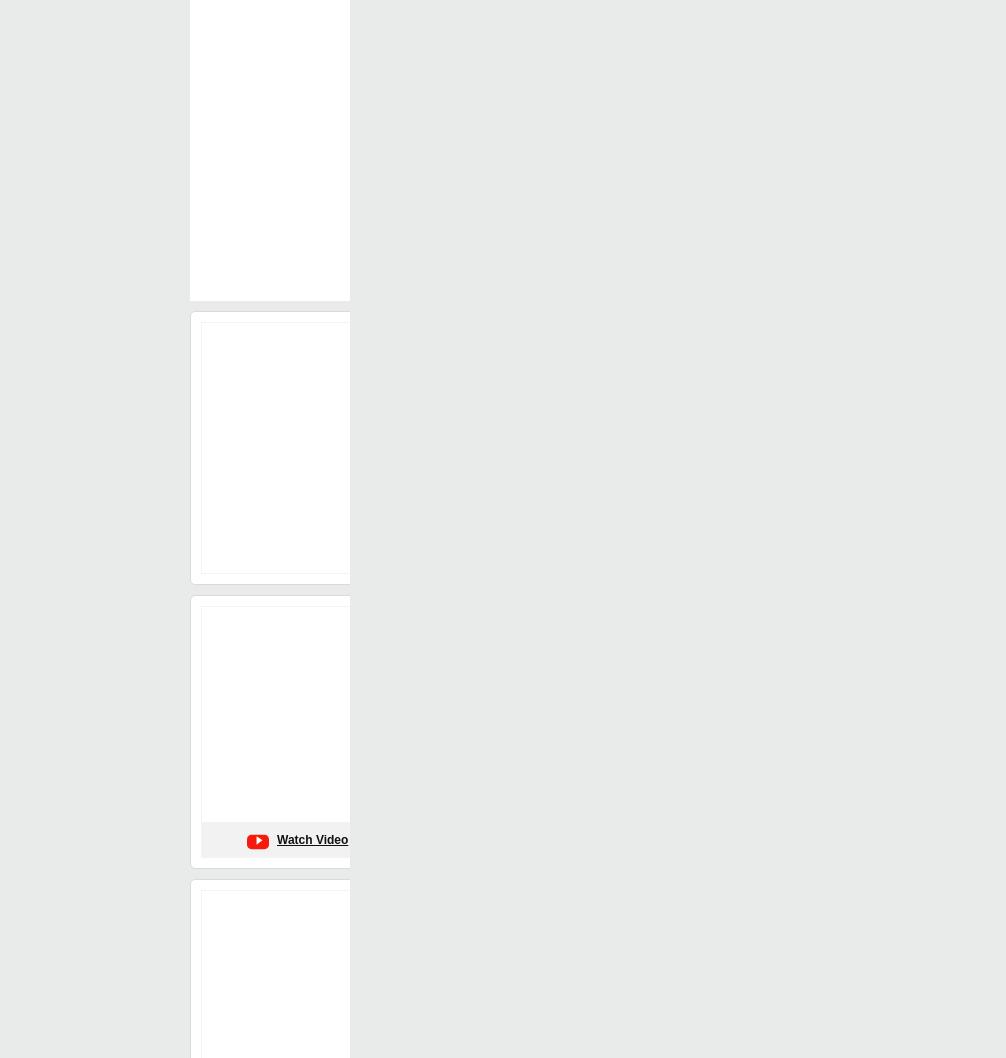 The height and width of the screenshot is (1058, 1006). Describe the element at coordinates (600, 563) in the screenshot. I see `':  Waterproof'` at that location.